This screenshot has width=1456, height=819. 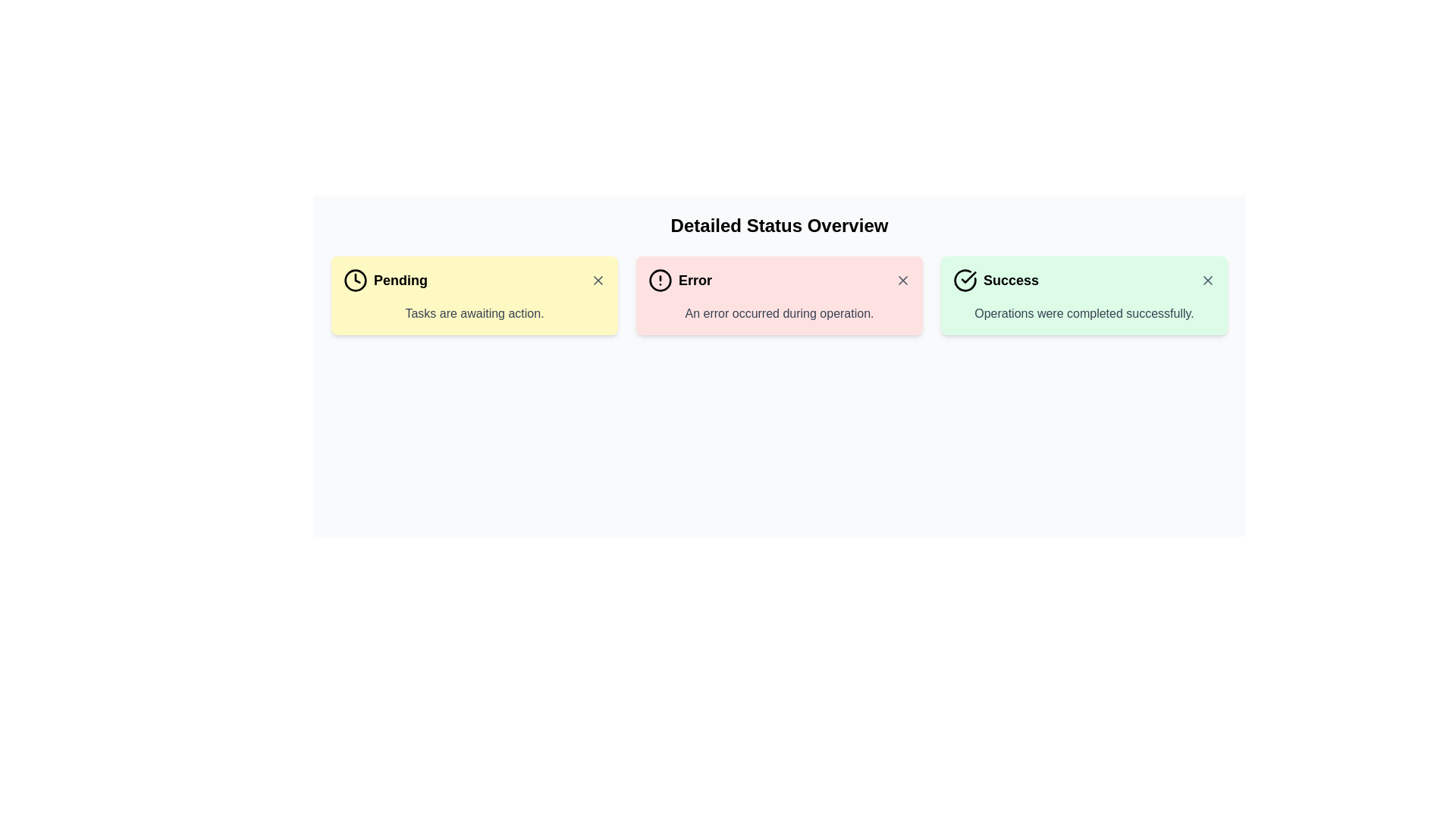 I want to click on the text display element that shows 'Tasks are awaiting action.' within the 'Pending' notification box, so click(x=473, y=312).